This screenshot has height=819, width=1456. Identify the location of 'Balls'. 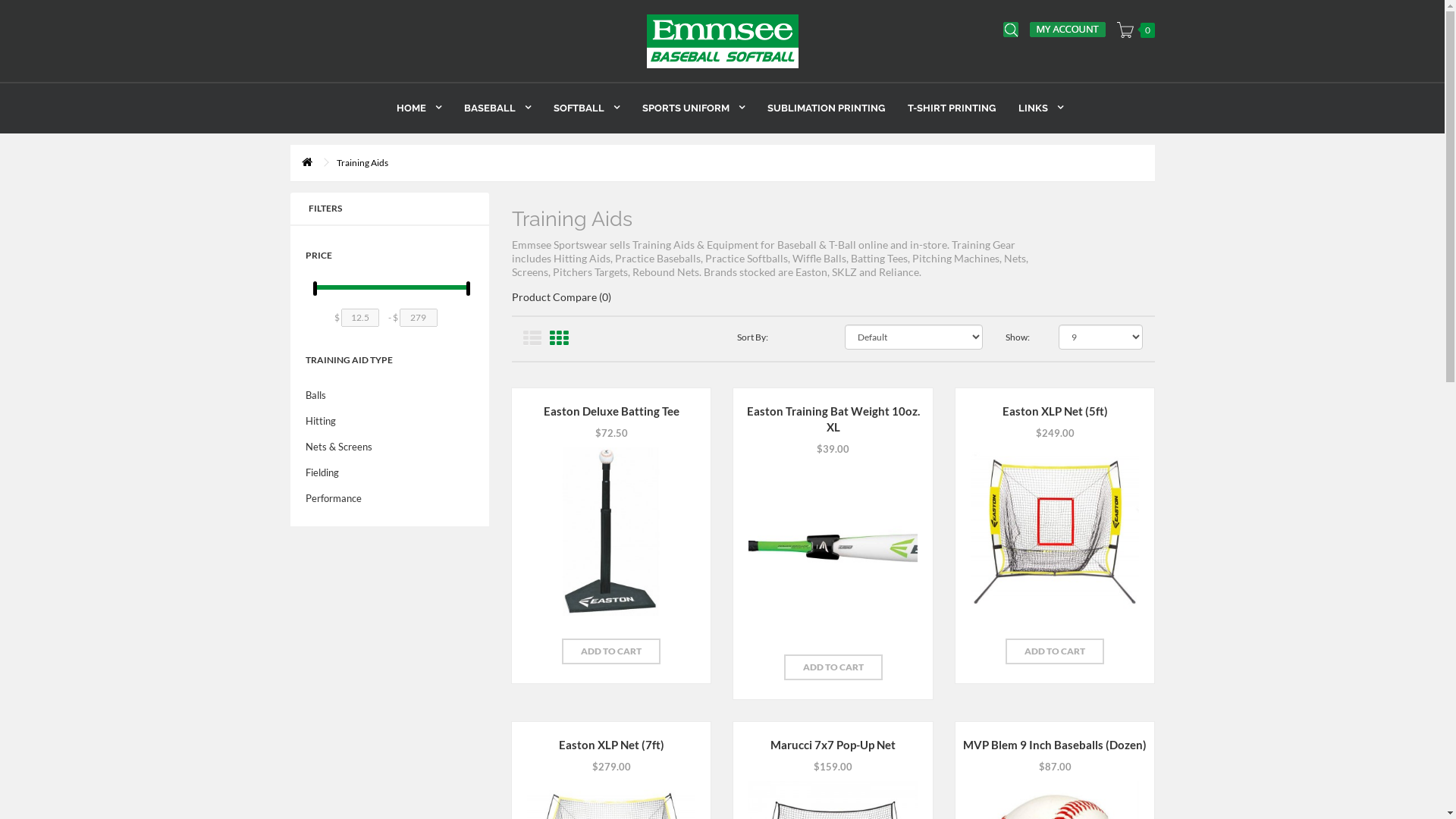
(389, 394).